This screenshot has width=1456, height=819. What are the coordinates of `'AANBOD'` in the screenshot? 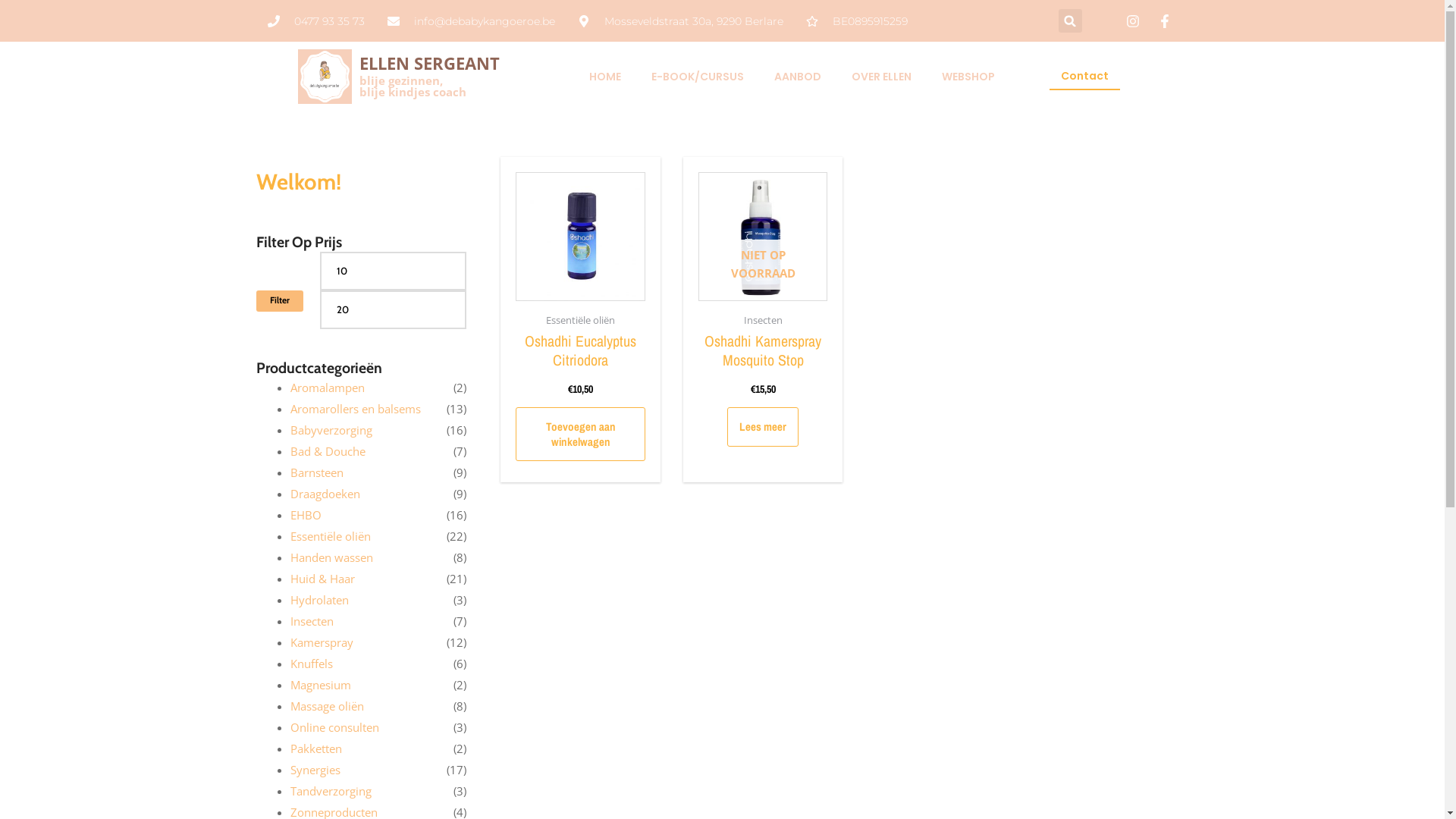 It's located at (796, 76).